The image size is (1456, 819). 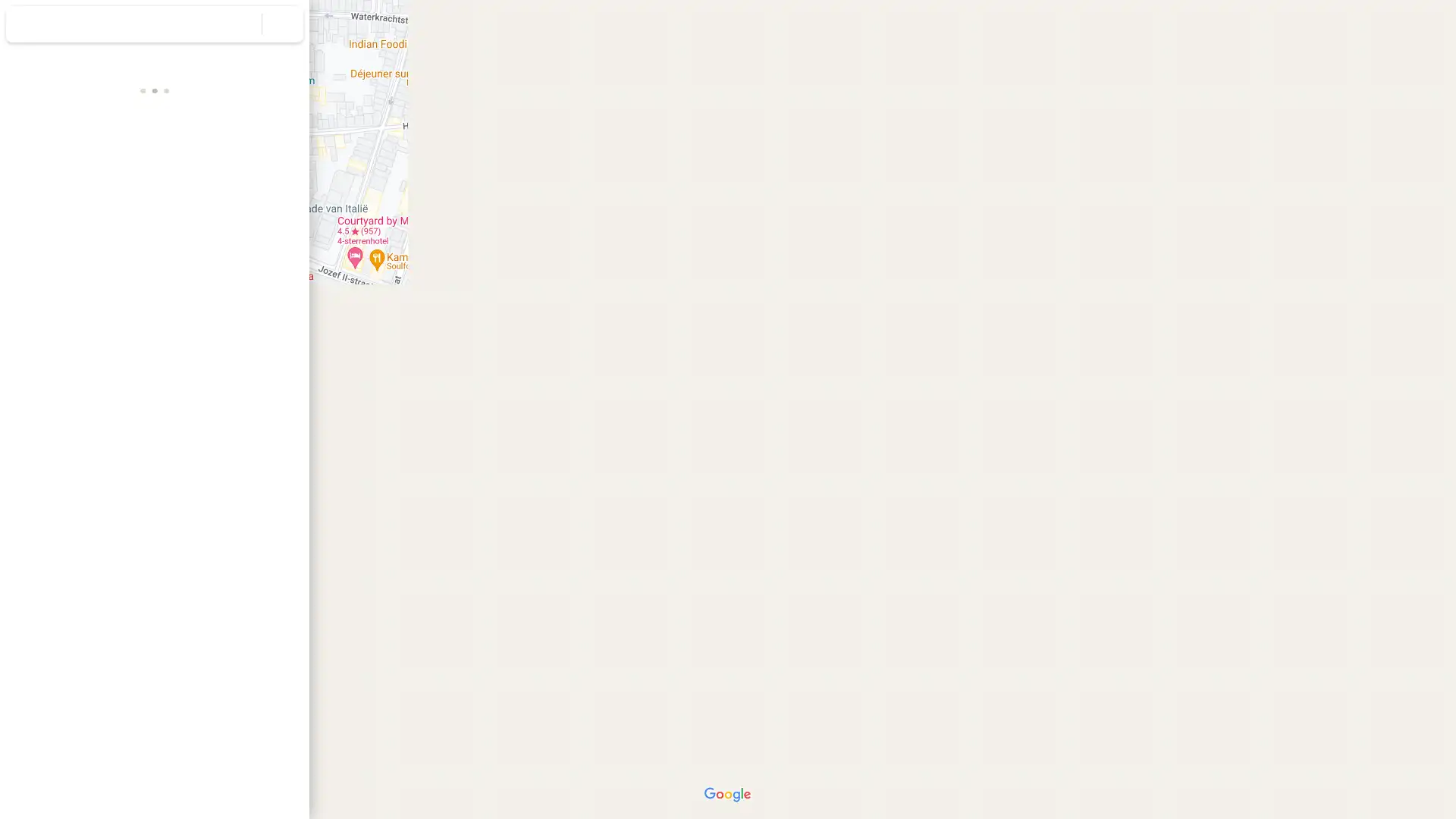 What do you see at coordinates (249, 374) in the screenshot?
I see `Plus Code kopieren` at bounding box center [249, 374].